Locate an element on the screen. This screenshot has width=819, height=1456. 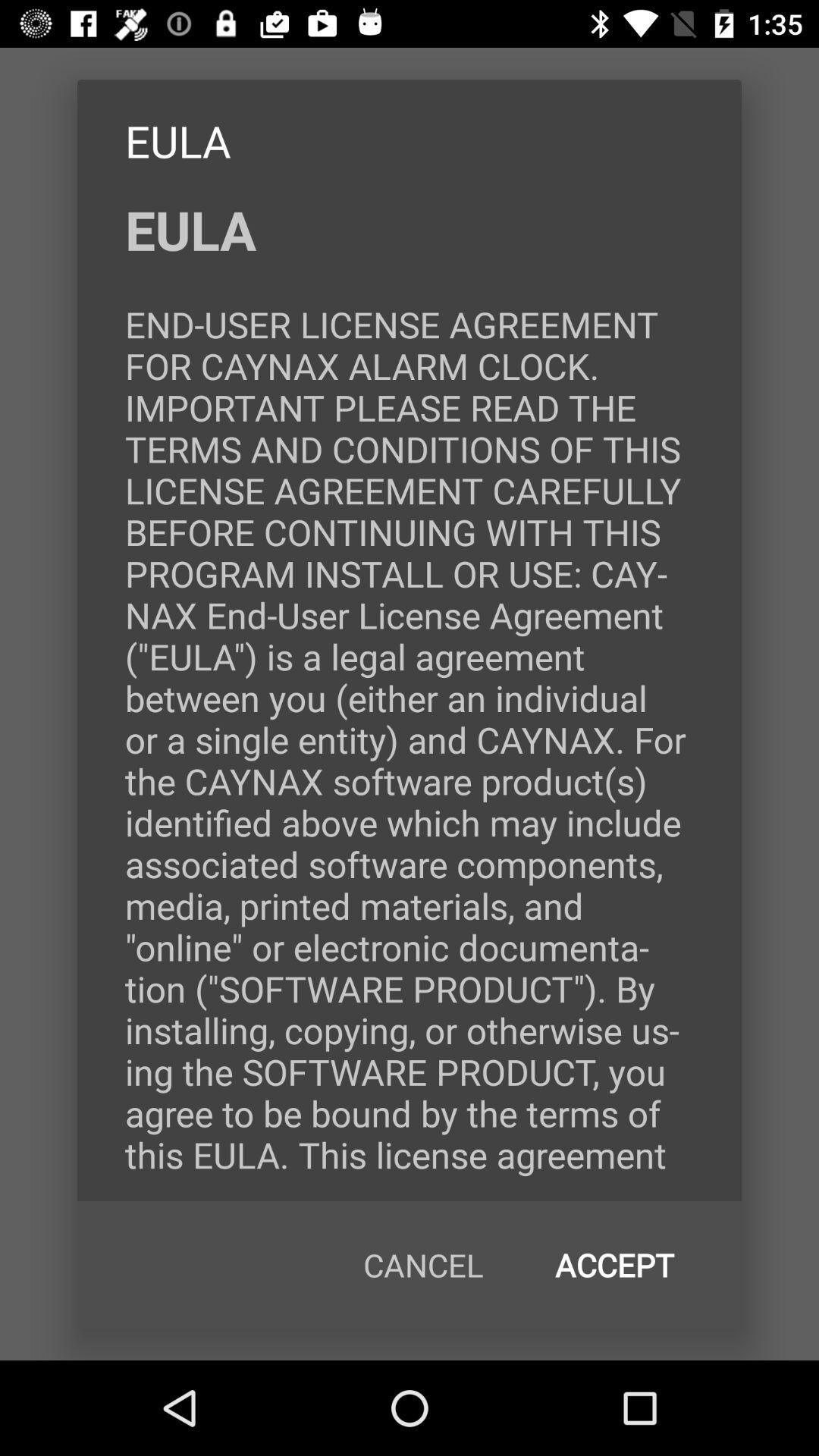
icon at the bottom is located at coordinates (423, 1265).